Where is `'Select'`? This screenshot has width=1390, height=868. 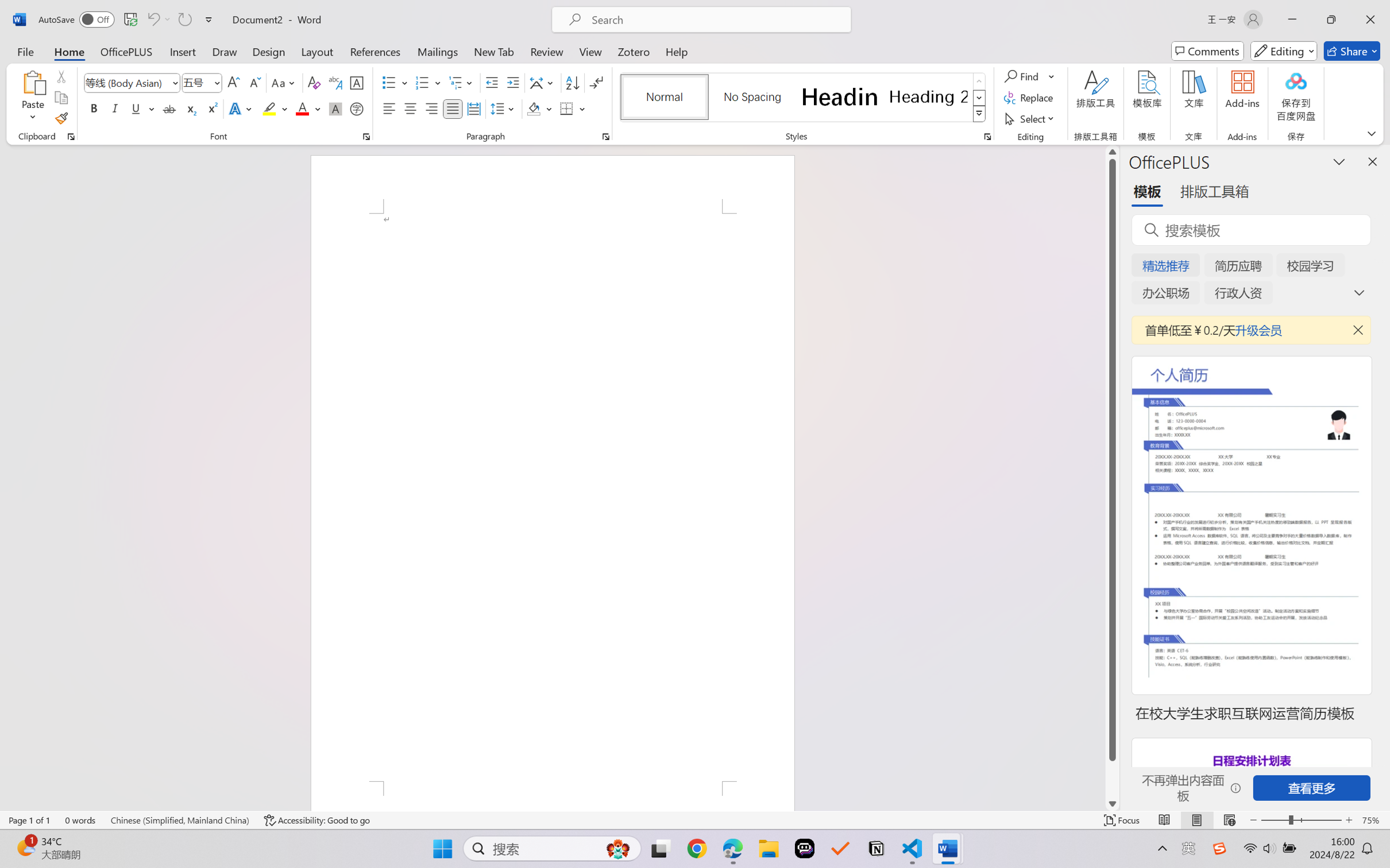 'Select' is located at coordinates (1031, 119).